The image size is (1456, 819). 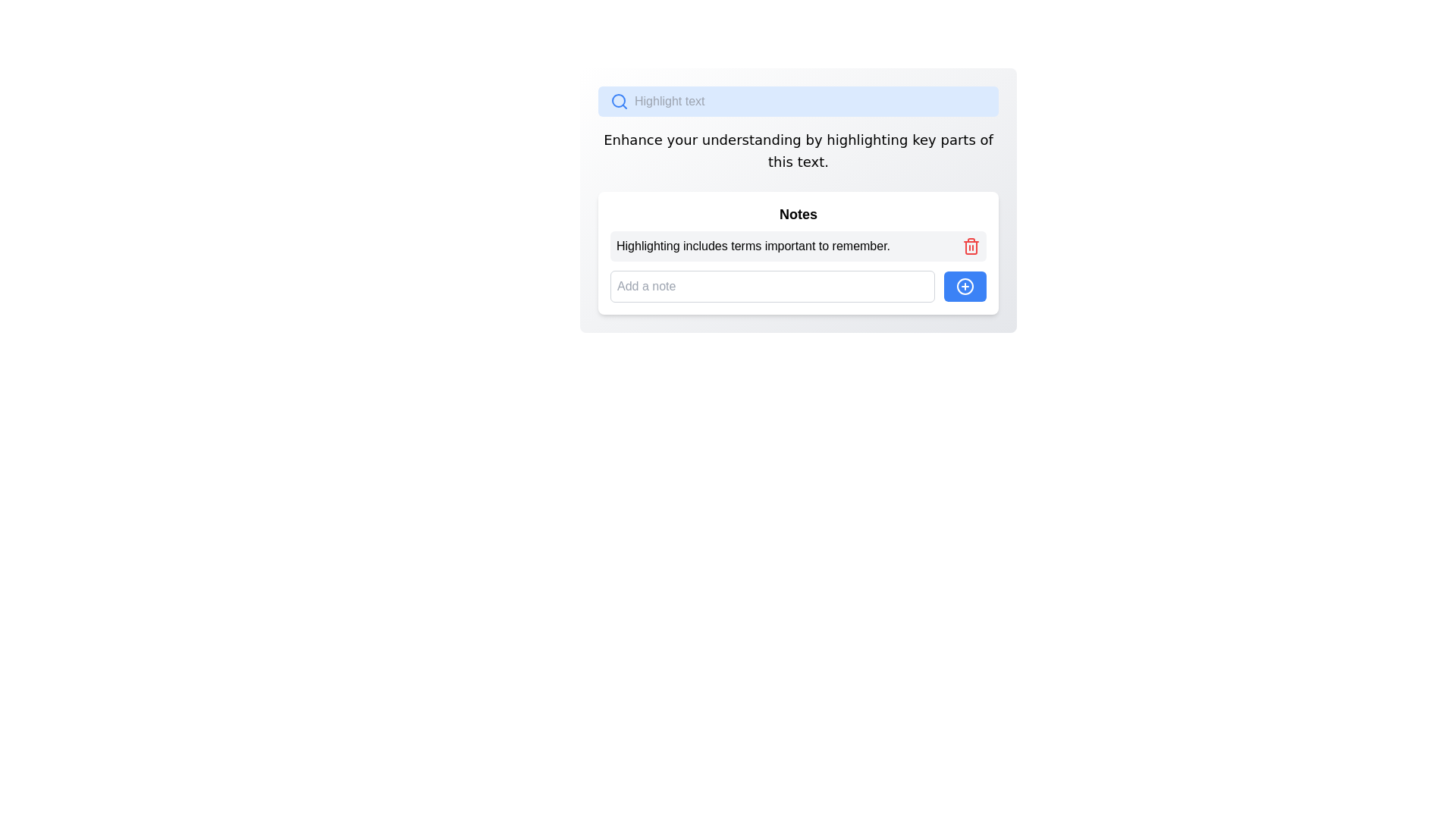 What do you see at coordinates (931, 140) in the screenshot?
I see `the character 'y' at the end of the word 'key' in the phrase 'highlighting key parts of this text.'` at bounding box center [931, 140].